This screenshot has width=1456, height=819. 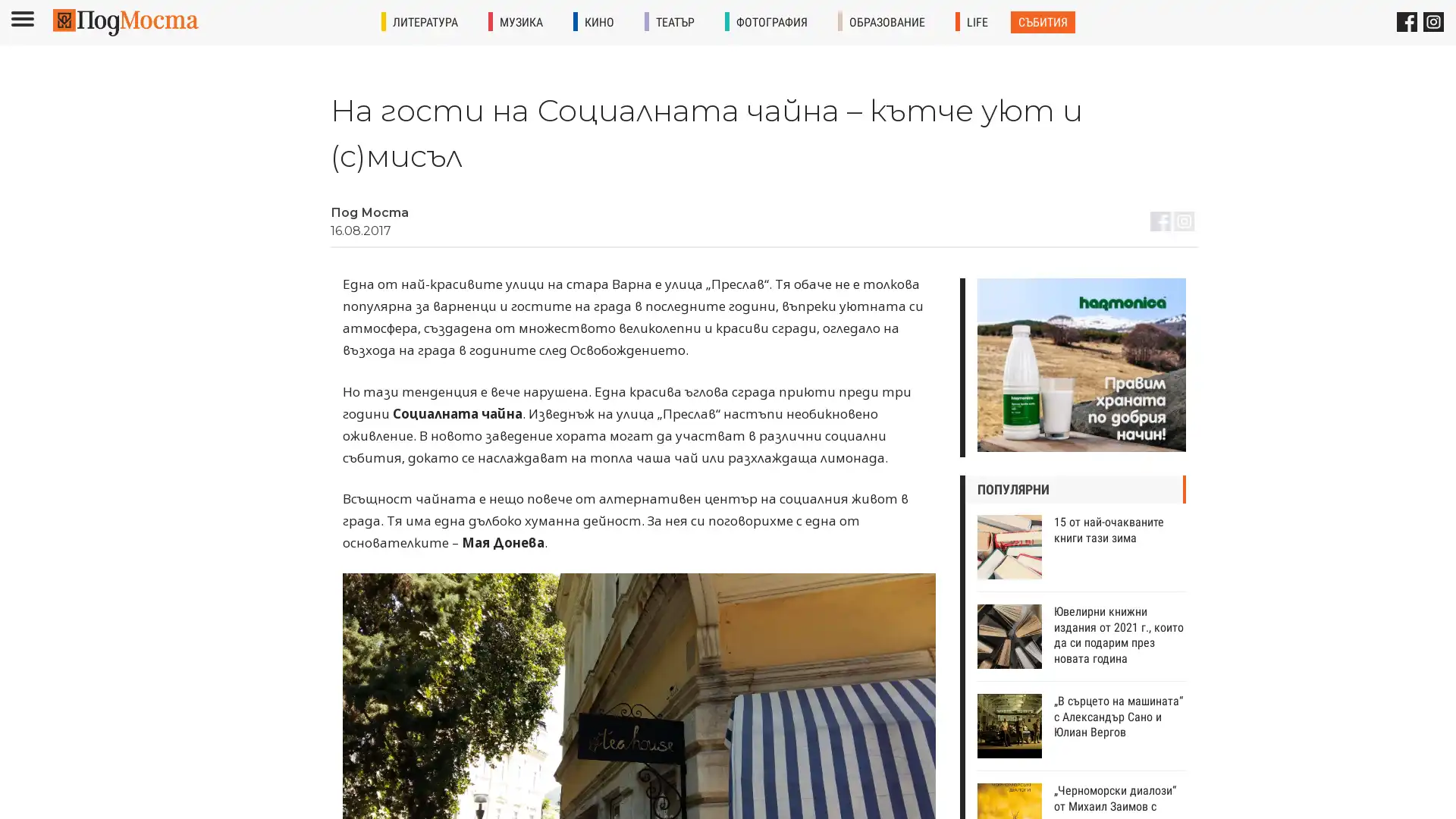 What do you see at coordinates (846, 556) in the screenshot?
I see `Subscribe  !` at bounding box center [846, 556].